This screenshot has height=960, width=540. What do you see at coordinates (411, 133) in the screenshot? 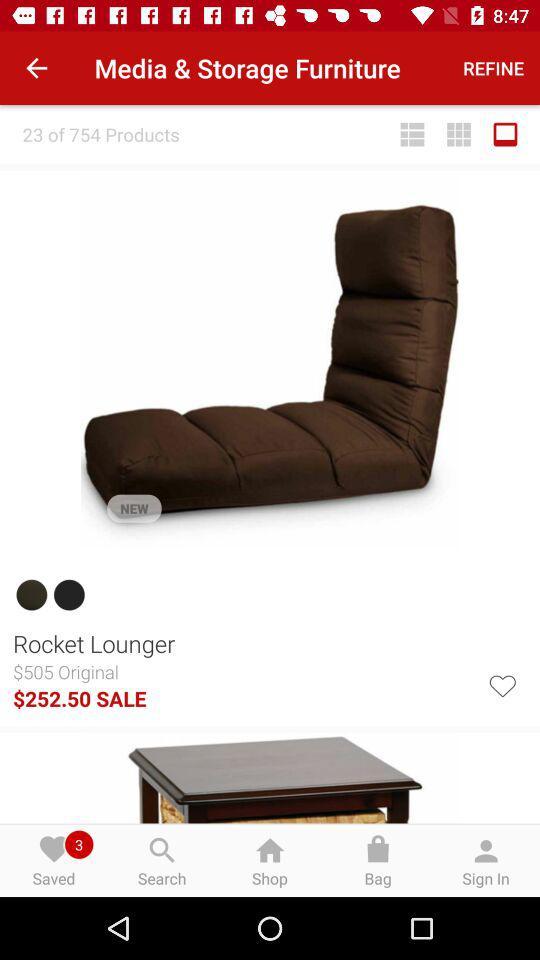
I see `icon to the right of 23 of 754` at bounding box center [411, 133].